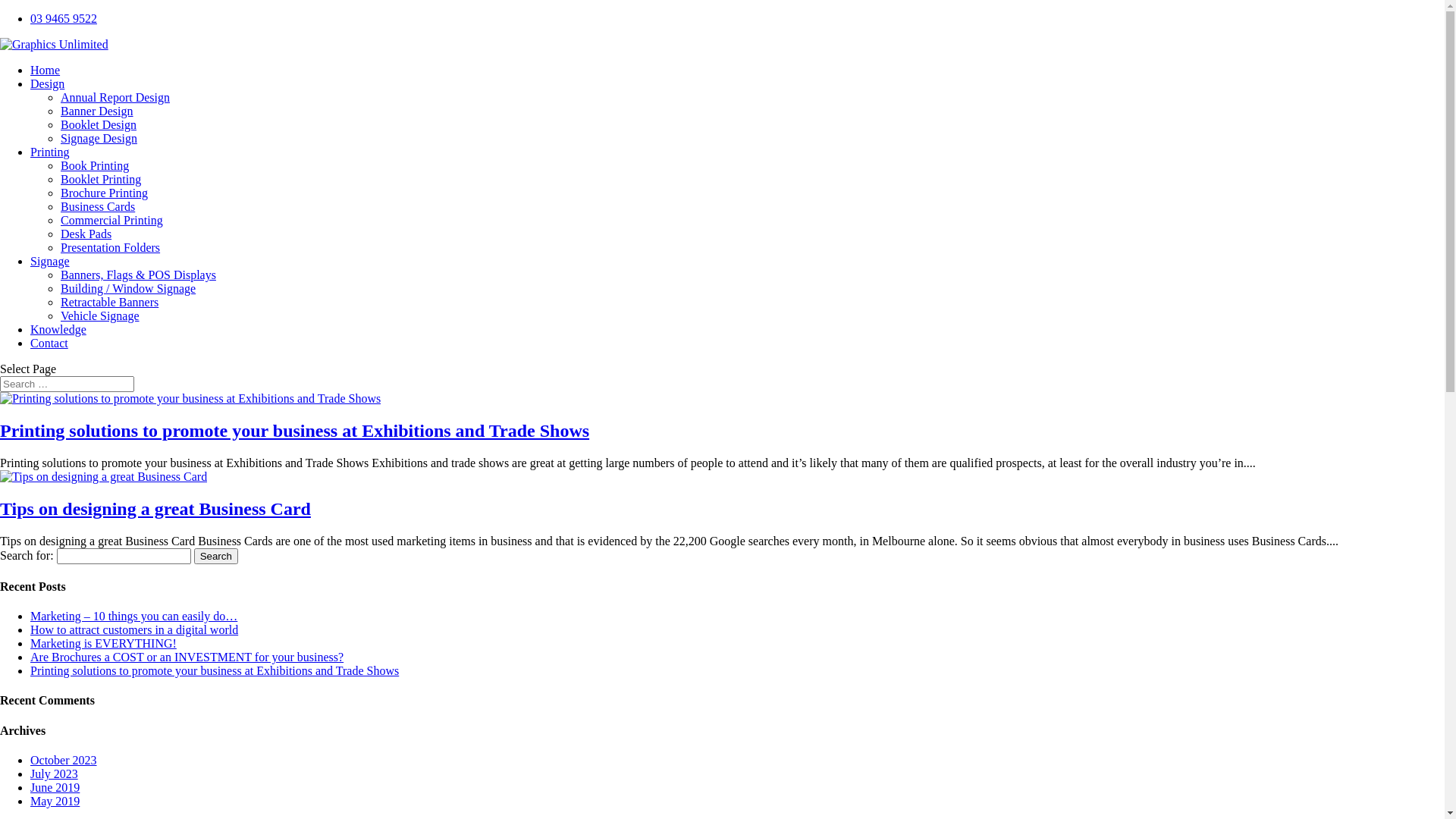 The image size is (1456, 819). Describe the element at coordinates (100, 178) in the screenshot. I see `'Booklet Printing'` at that location.